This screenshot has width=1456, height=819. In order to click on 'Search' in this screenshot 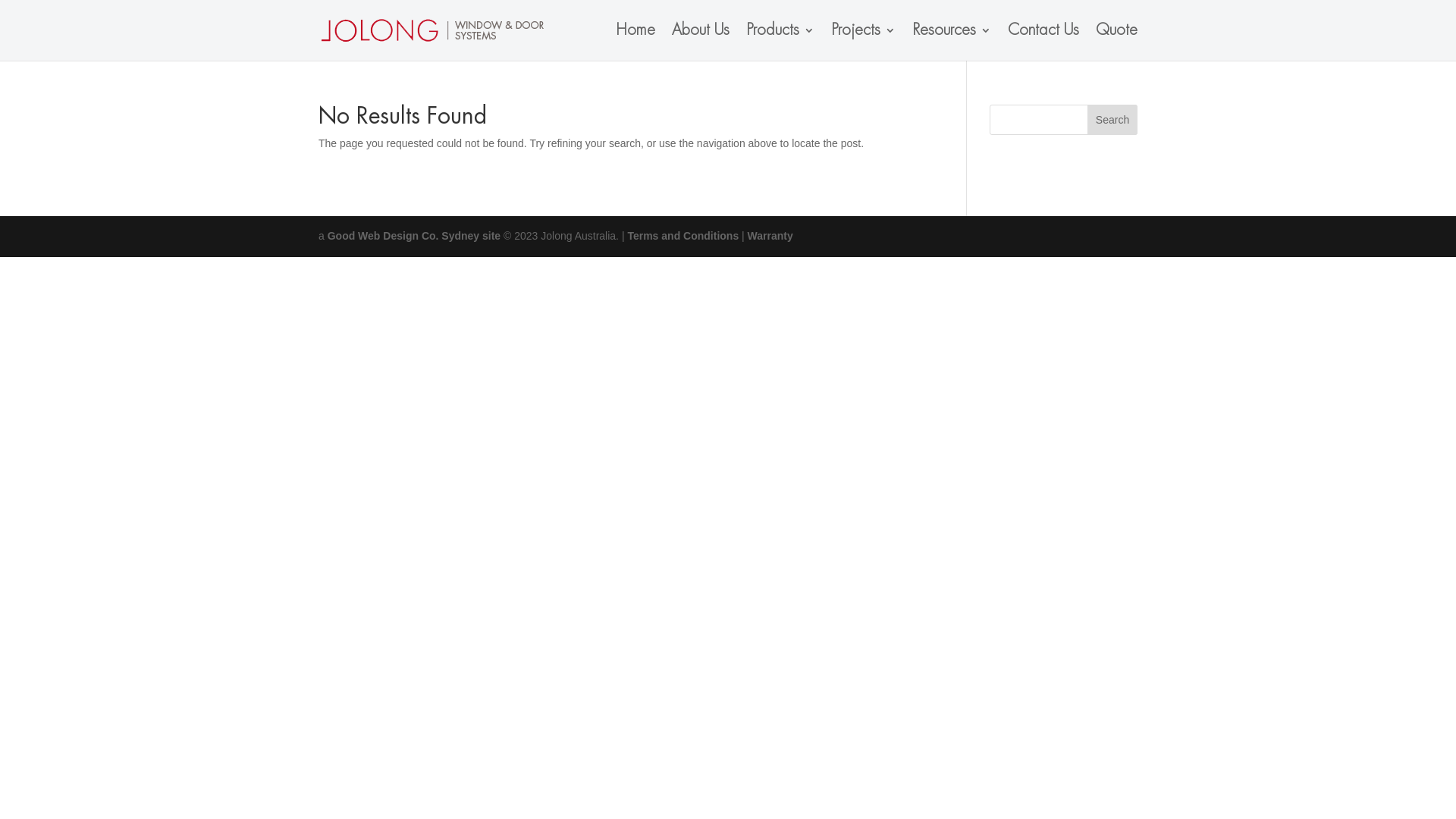, I will do `click(1087, 119)`.